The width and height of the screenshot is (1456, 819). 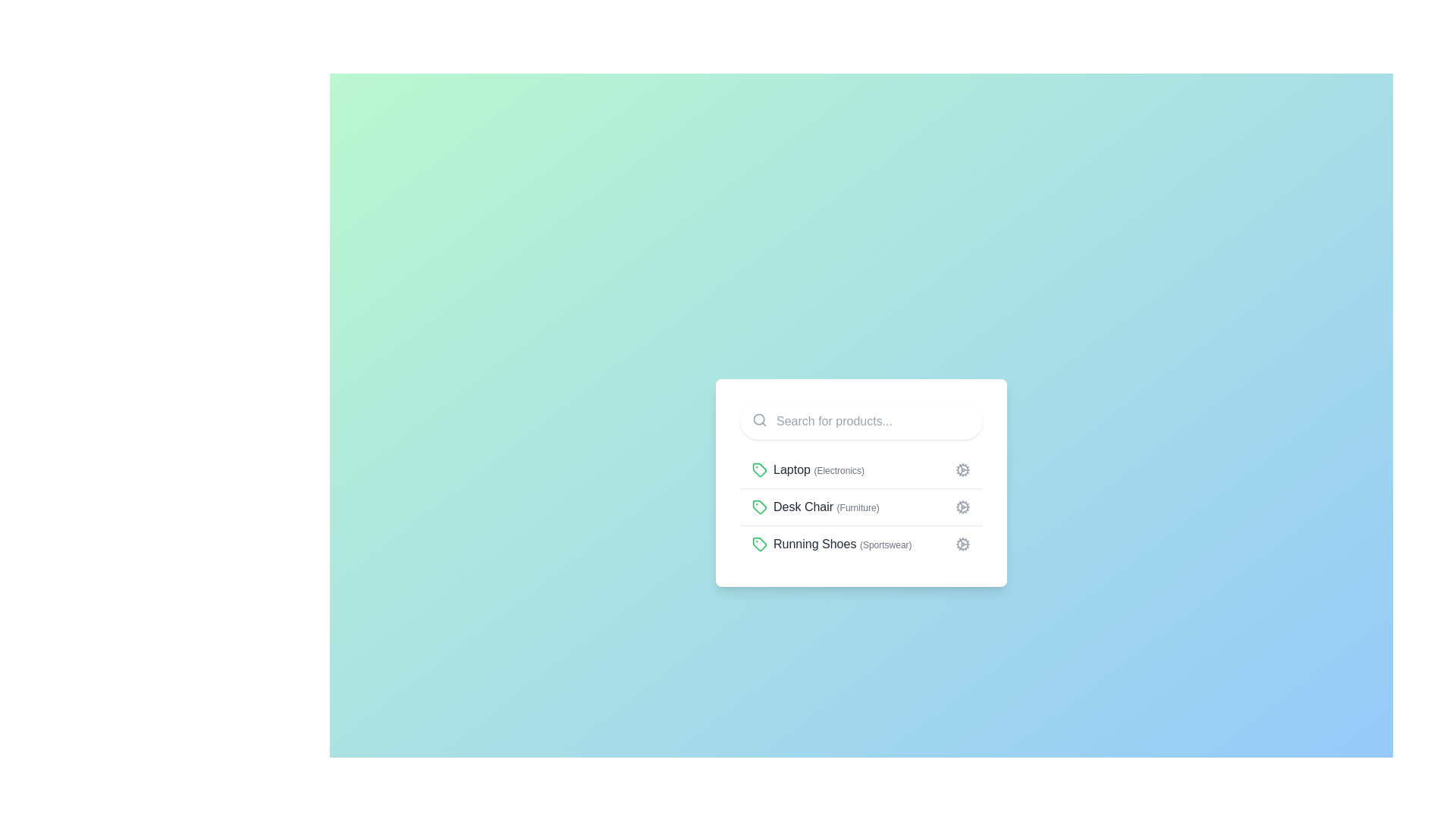 What do you see at coordinates (760, 543) in the screenshot?
I see `the tag icon representing 'Running Shoes (Sportswear)', which is located to the left of the associated text in the bottom row of the vertical item list` at bounding box center [760, 543].